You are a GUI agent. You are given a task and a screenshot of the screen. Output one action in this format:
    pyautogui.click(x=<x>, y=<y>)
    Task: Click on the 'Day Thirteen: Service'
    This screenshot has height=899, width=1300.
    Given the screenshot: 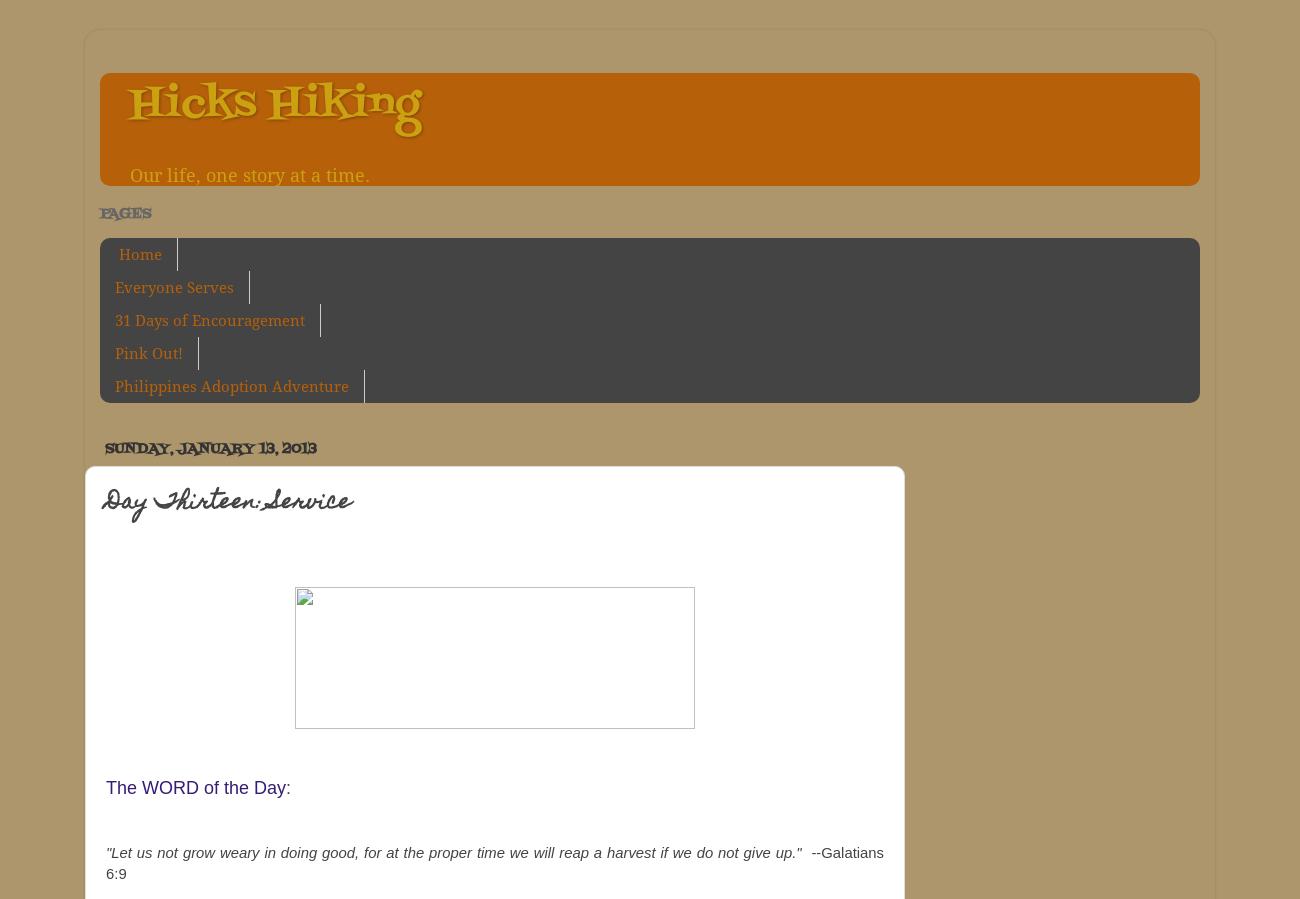 What is the action you would take?
    pyautogui.click(x=105, y=503)
    